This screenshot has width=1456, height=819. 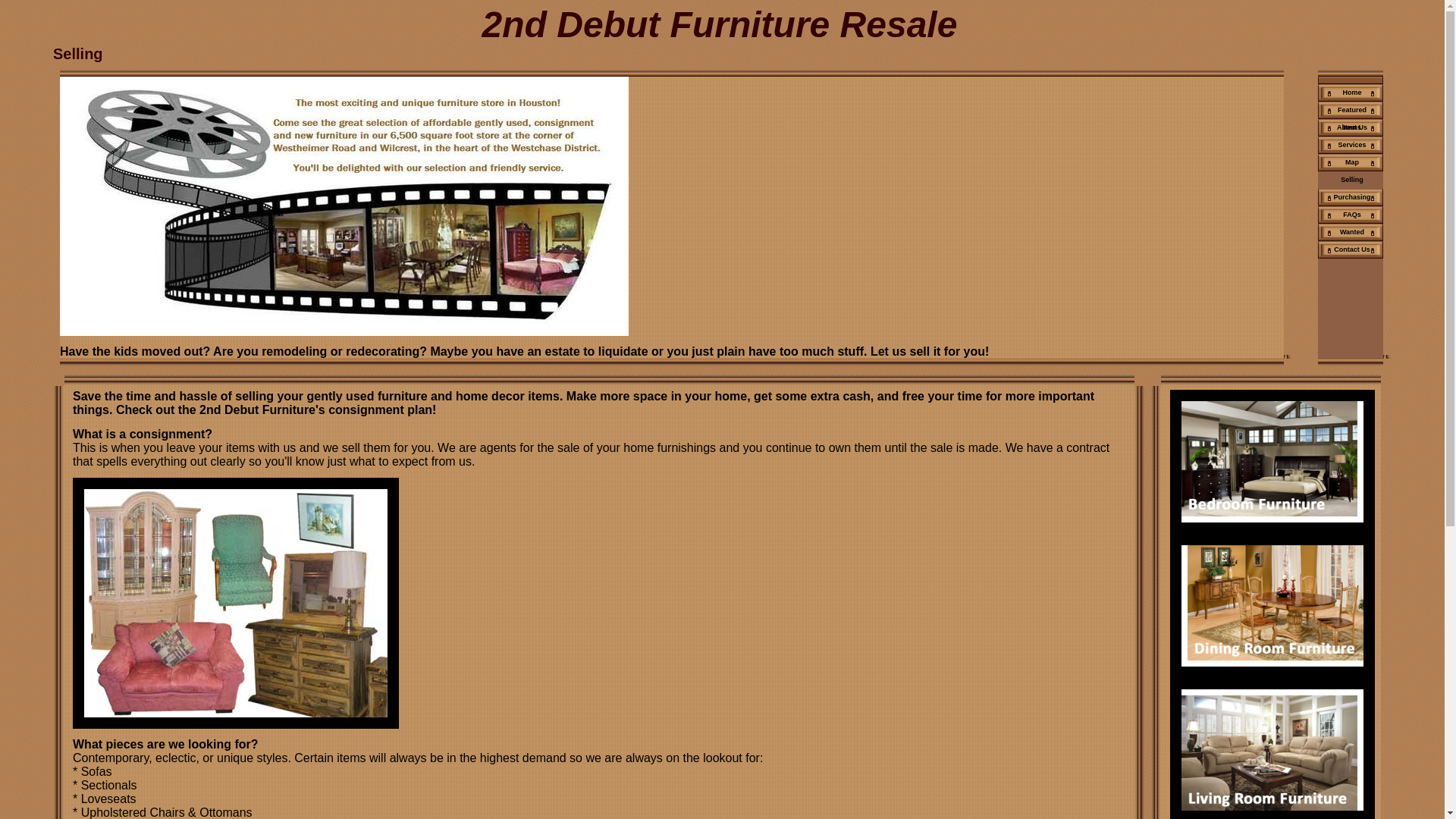 I want to click on 'FAQs', so click(x=1350, y=215).